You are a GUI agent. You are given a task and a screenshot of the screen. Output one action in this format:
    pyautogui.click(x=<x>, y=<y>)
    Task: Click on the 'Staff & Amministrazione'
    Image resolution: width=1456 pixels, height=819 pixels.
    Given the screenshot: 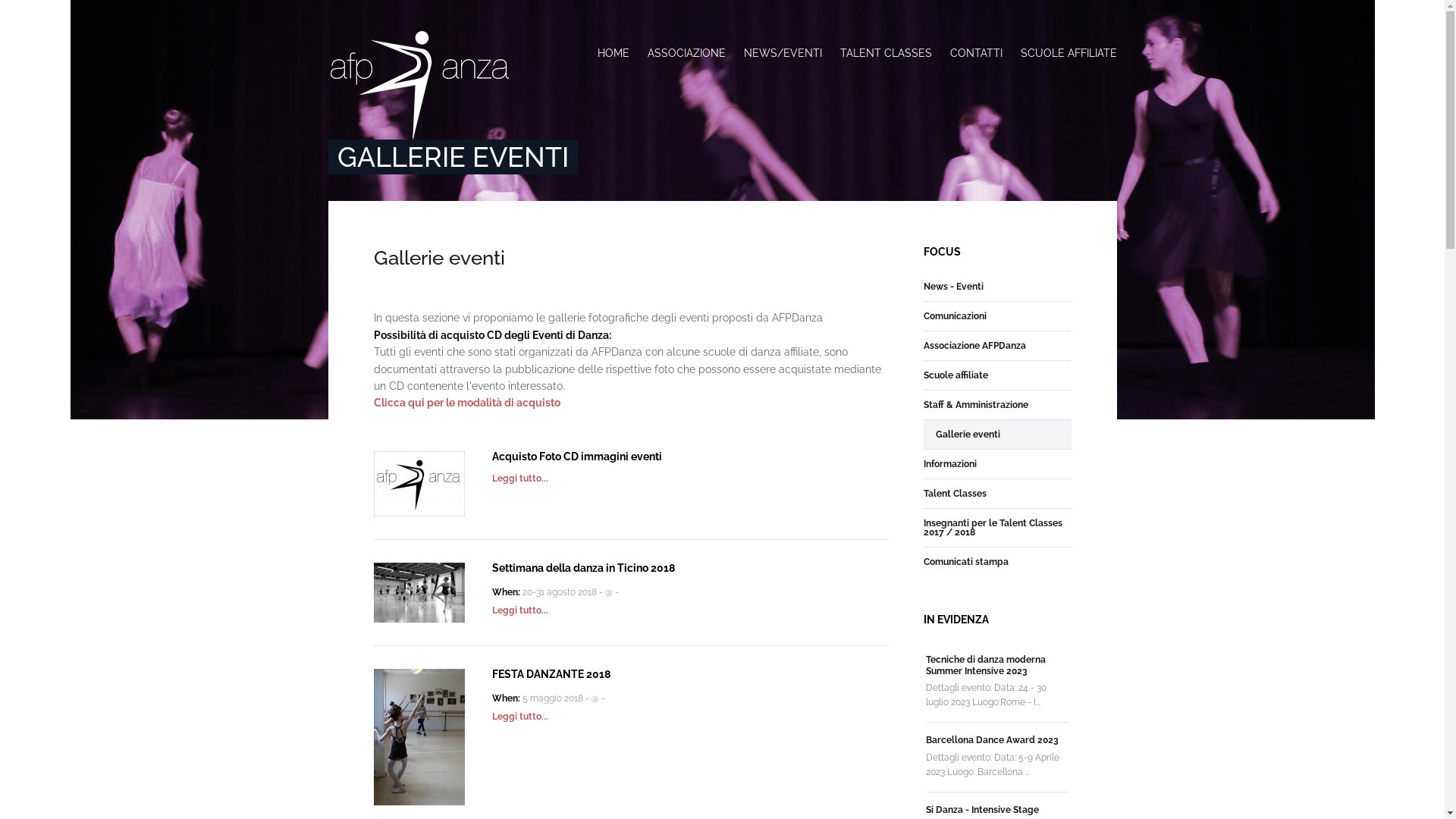 What is the action you would take?
    pyautogui.click(x=975, y=403)
    